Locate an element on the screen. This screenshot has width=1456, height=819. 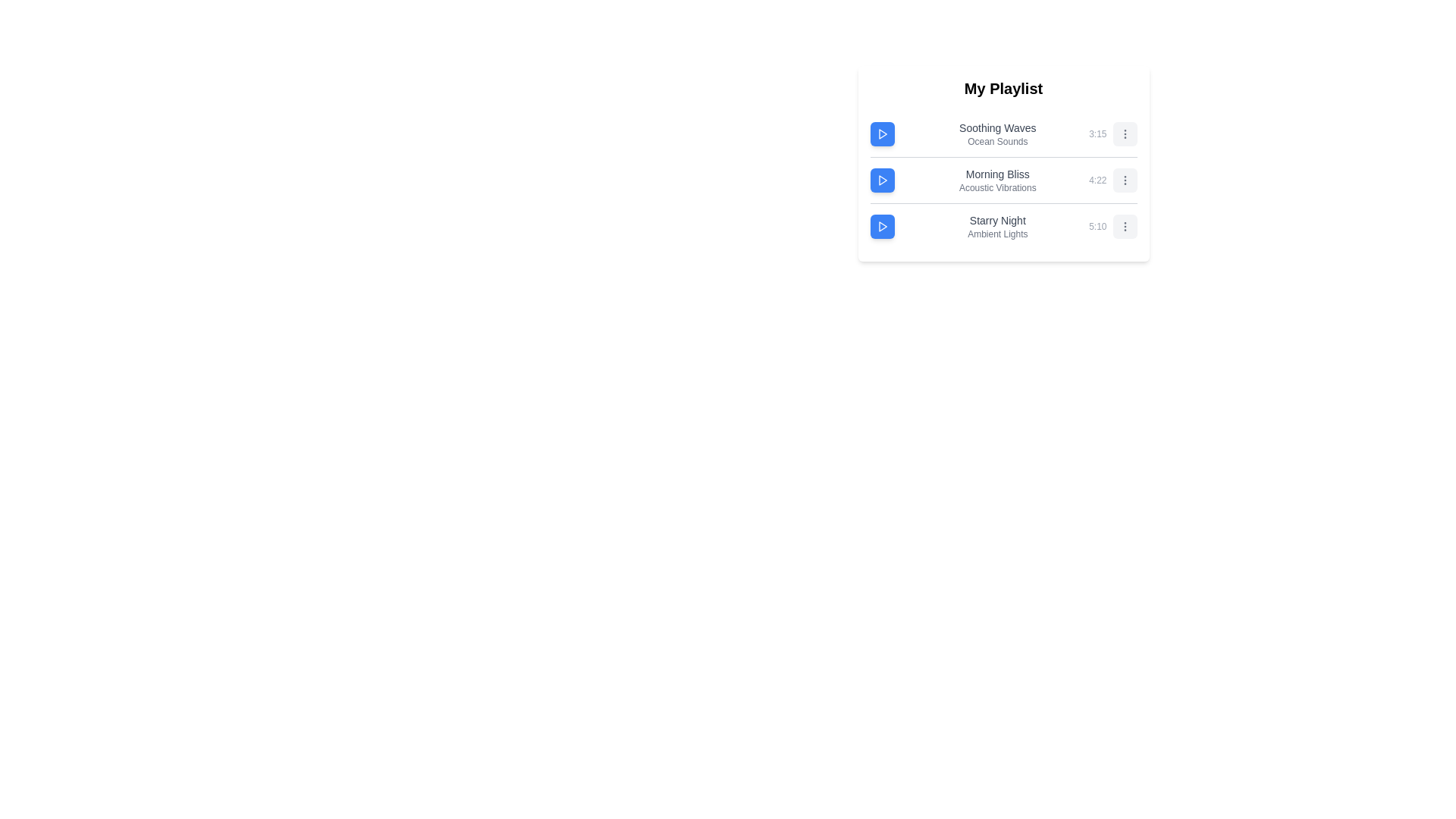
the text label displaying the duration of the audio item in the playlist, which is positioned at the far right of the first playlist item row, next to a vertical ellipsis button is located at coordinates (1097, 133).